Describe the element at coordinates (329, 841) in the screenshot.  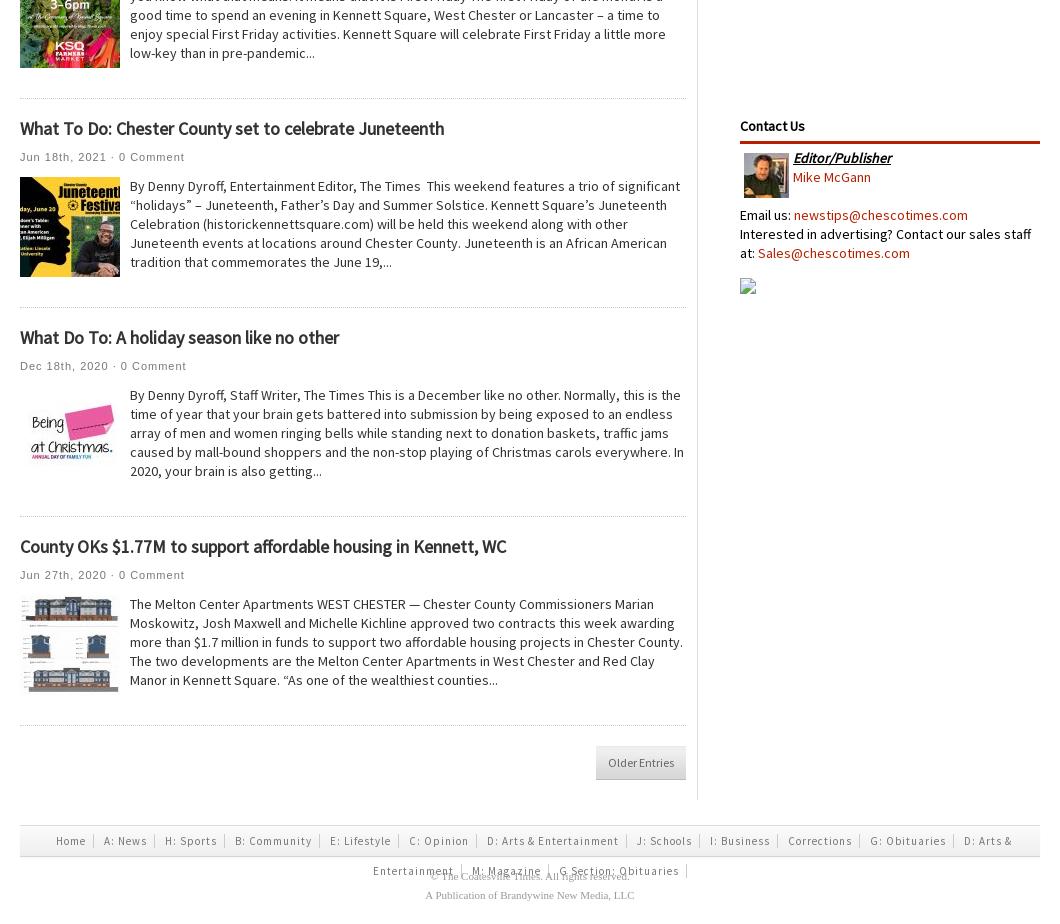
I see `'E: Lifestyle'` at that location.